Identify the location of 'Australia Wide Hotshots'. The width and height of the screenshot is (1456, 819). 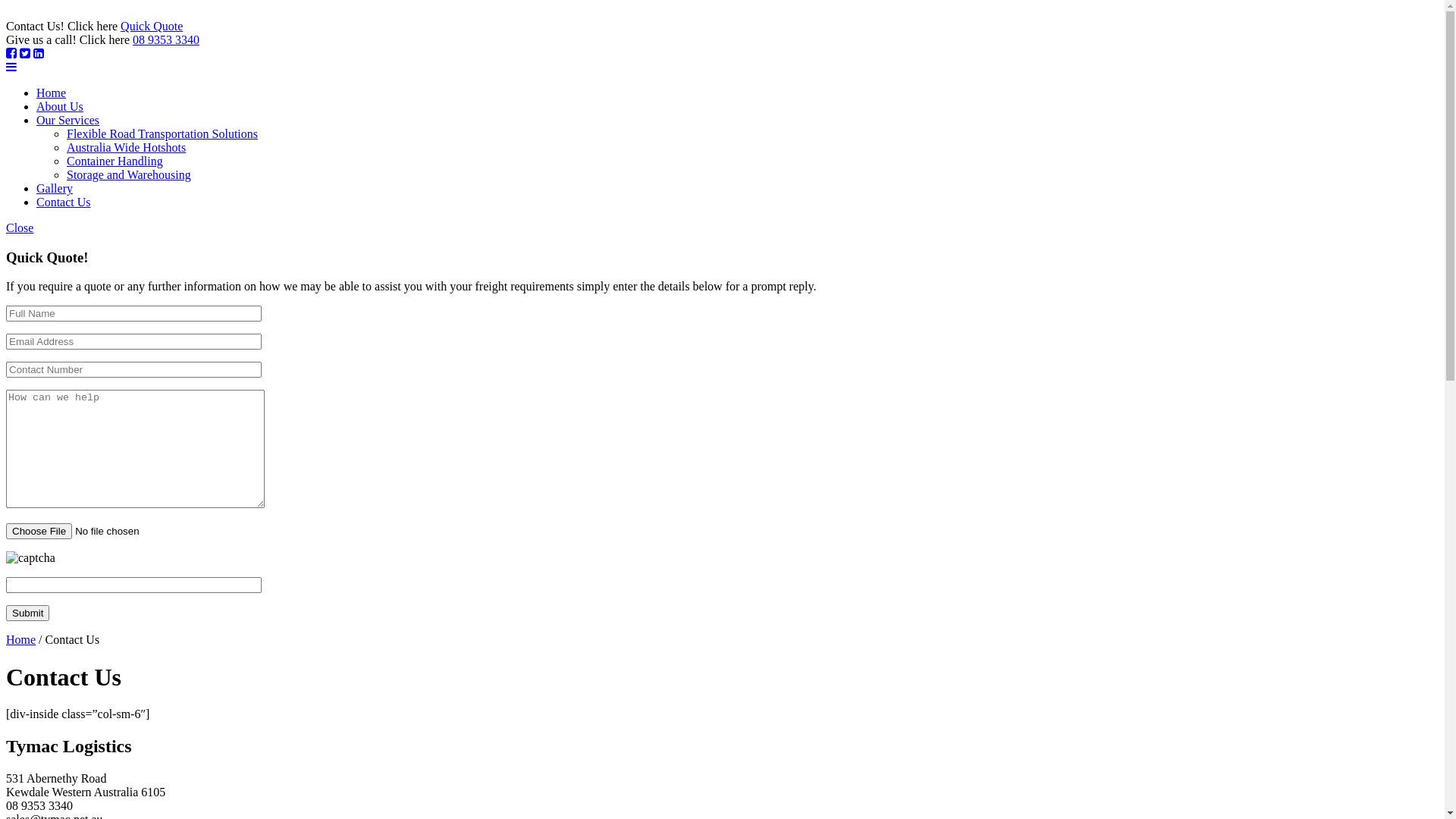
(126, 147).